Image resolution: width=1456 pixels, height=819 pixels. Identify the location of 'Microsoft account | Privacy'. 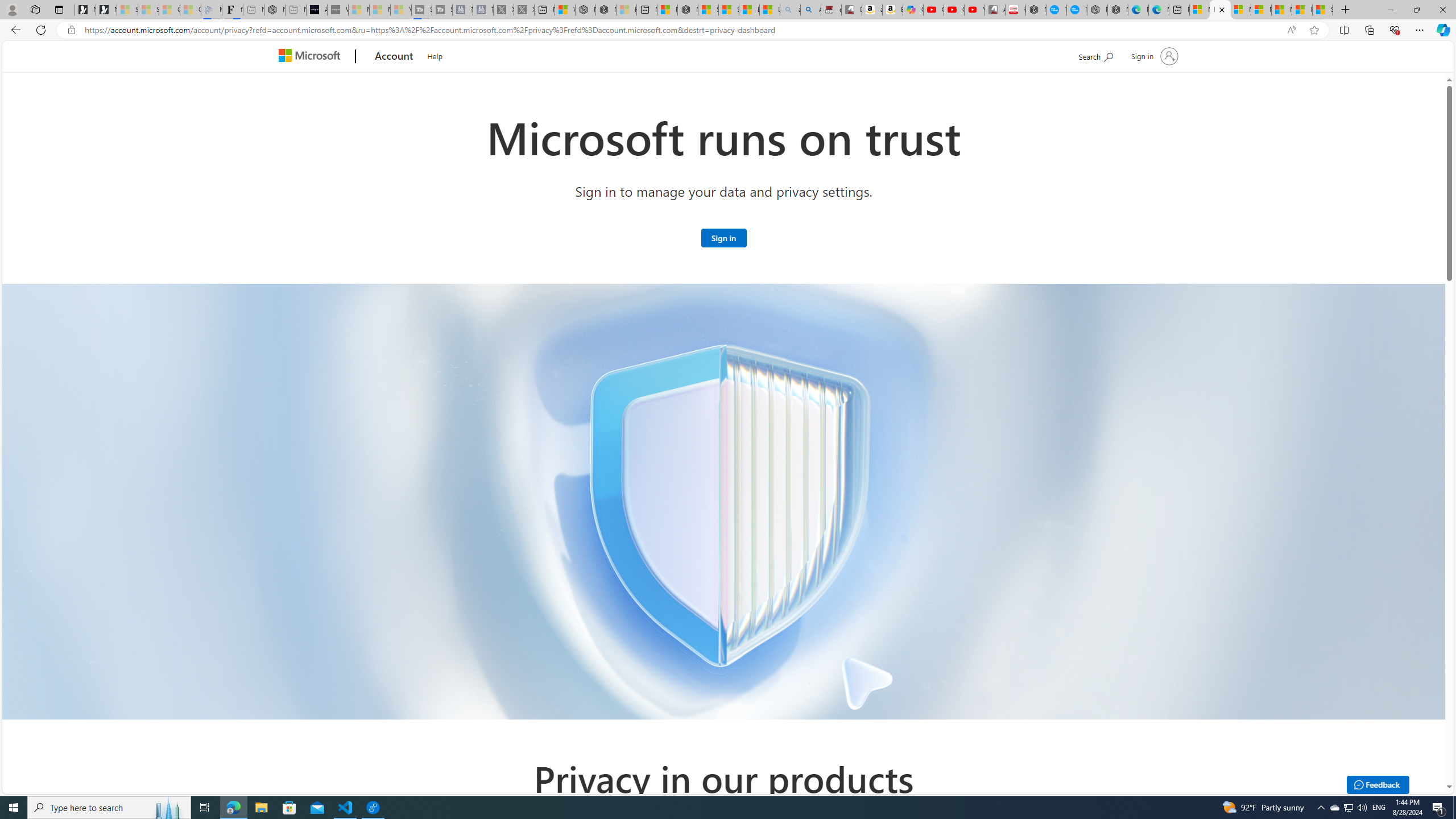
(1261, 9).